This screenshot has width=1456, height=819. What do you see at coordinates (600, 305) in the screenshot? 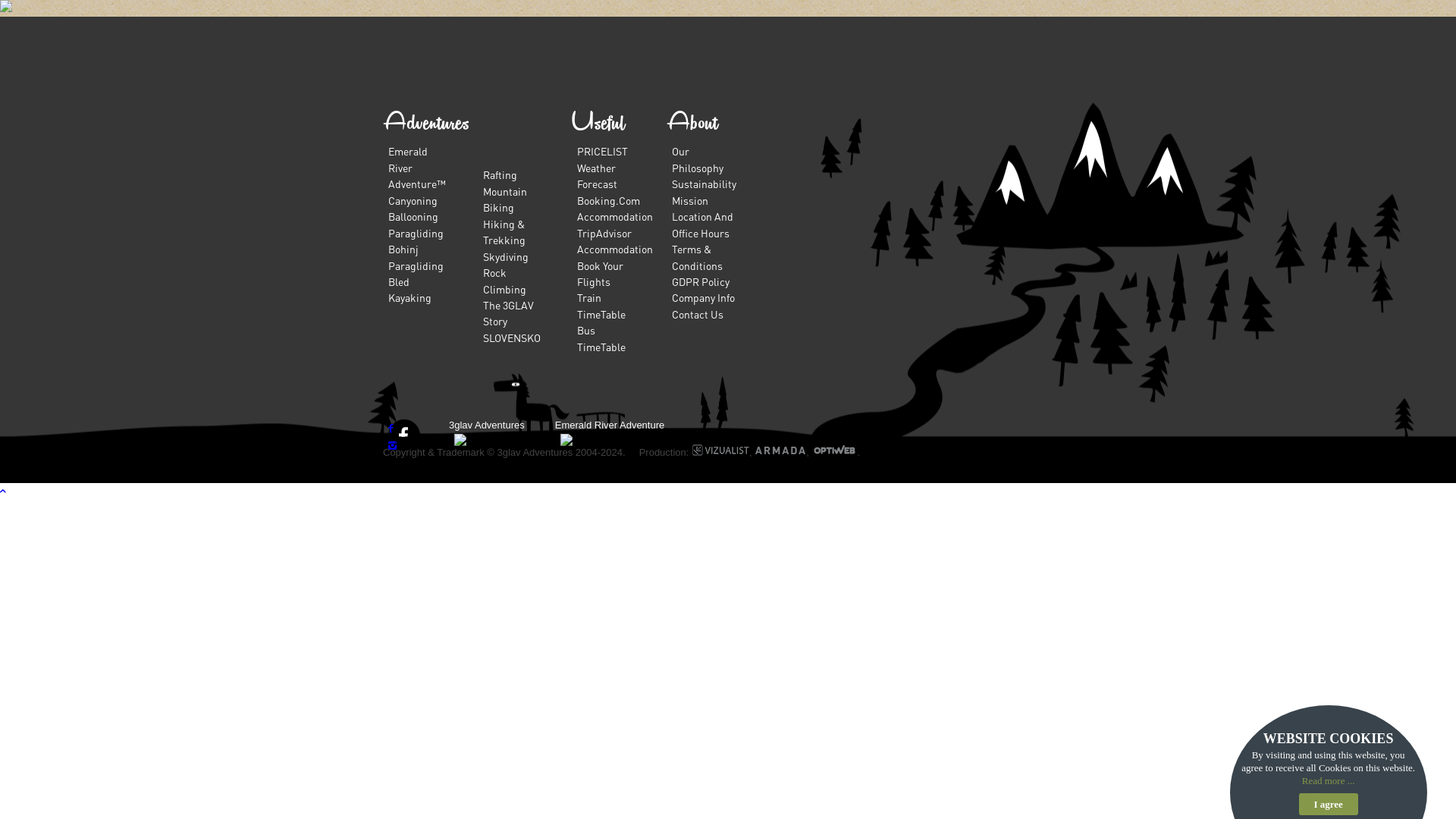
I see `'Train TimeTable'` at bounding box center [600, 305].